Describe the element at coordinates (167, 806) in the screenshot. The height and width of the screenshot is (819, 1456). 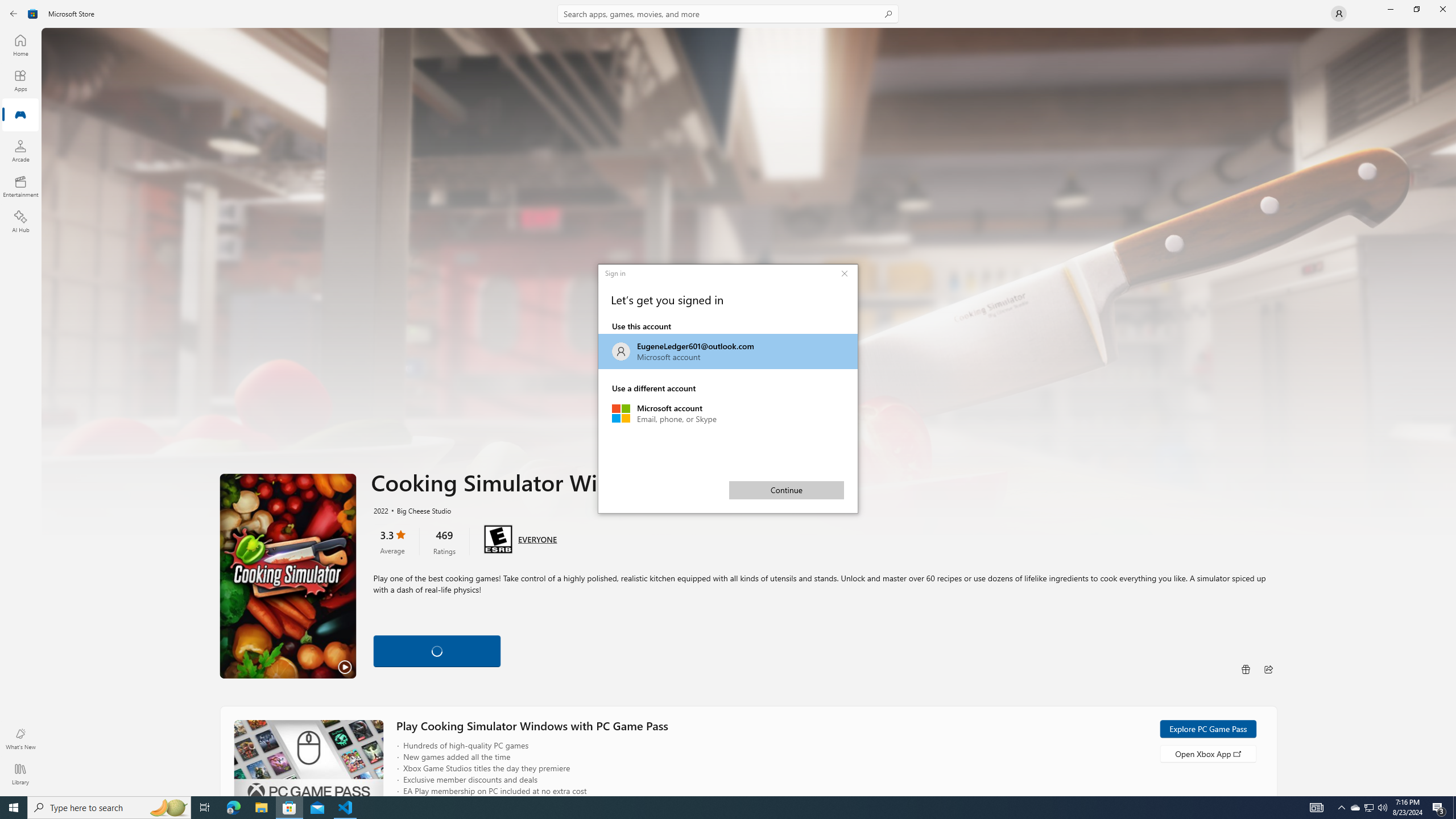
I see `'Search highlights icon opens search home window'` at that location.